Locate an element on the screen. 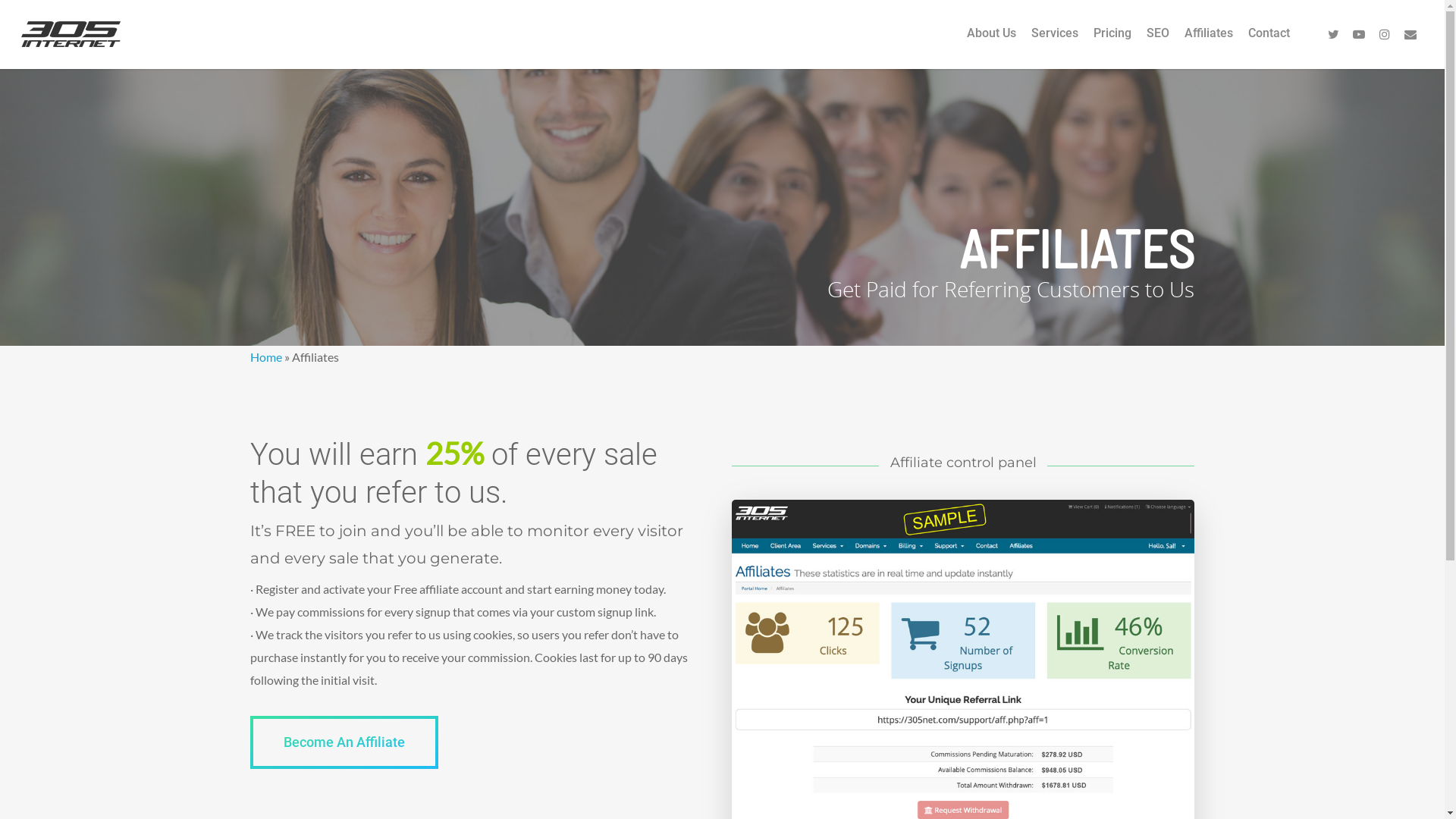 This screenshot has width=1456, height=819. 'Home' is located at coordinates (265, 356).